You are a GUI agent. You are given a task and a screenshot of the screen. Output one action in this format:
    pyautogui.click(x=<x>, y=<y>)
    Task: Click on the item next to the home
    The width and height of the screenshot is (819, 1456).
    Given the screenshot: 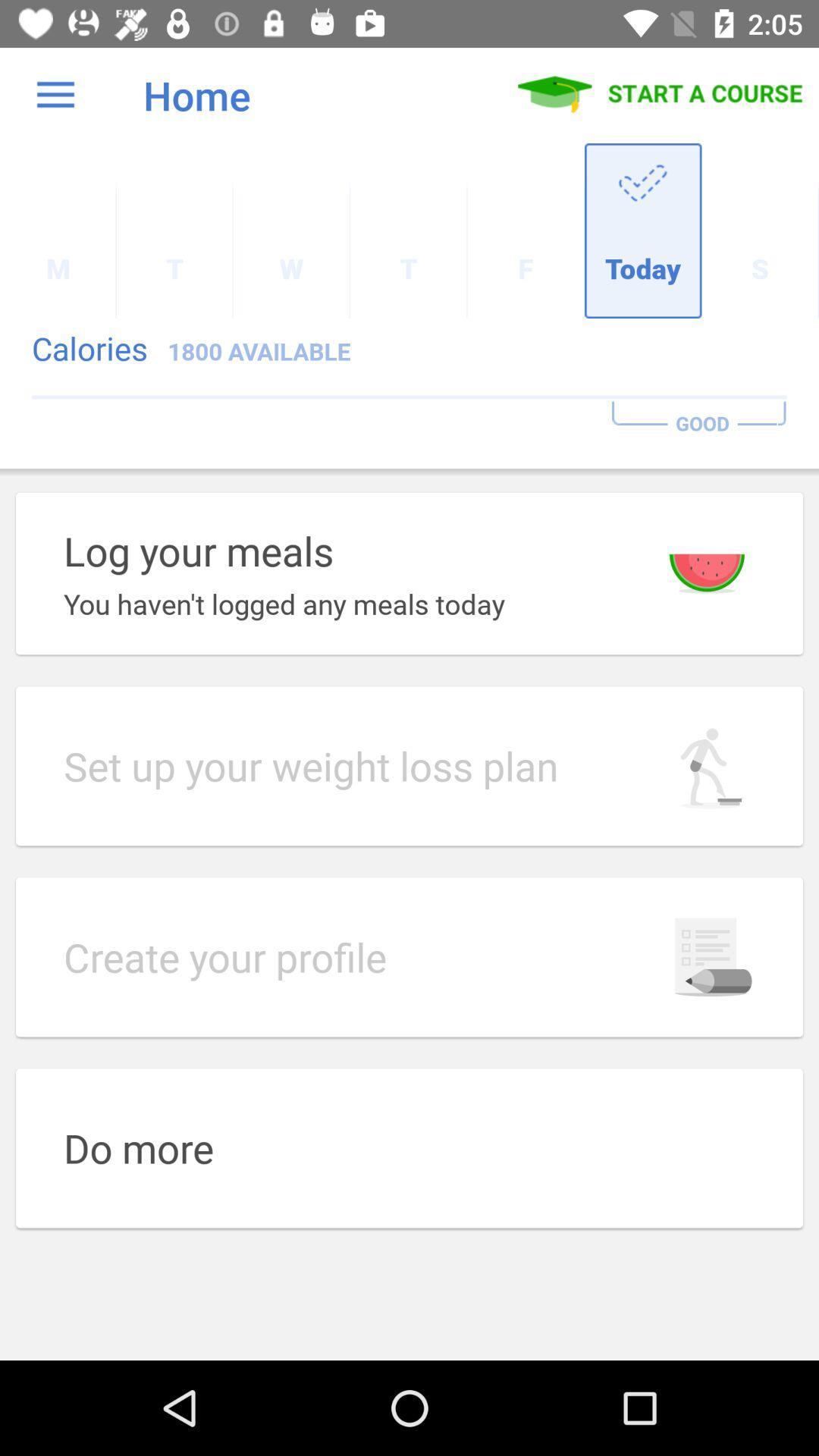 What is the action you would take?
    pyautogui.click(x=660, y=94)
    